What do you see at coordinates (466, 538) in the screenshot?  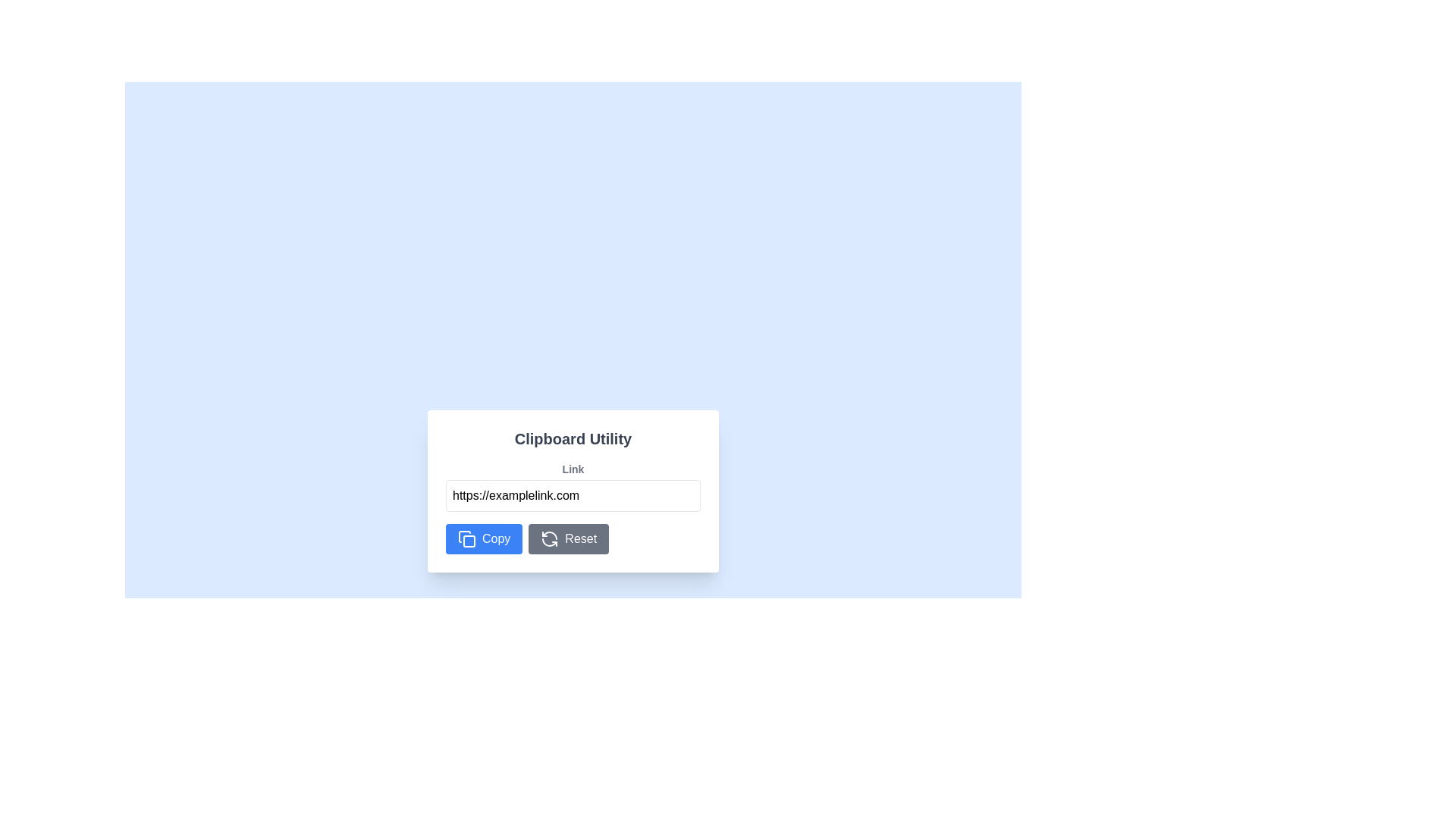 I see `the 'copy' icon located to the left of the 'Copy' button at the bottom-left corner of the central card` at bounding box center [466, 538].